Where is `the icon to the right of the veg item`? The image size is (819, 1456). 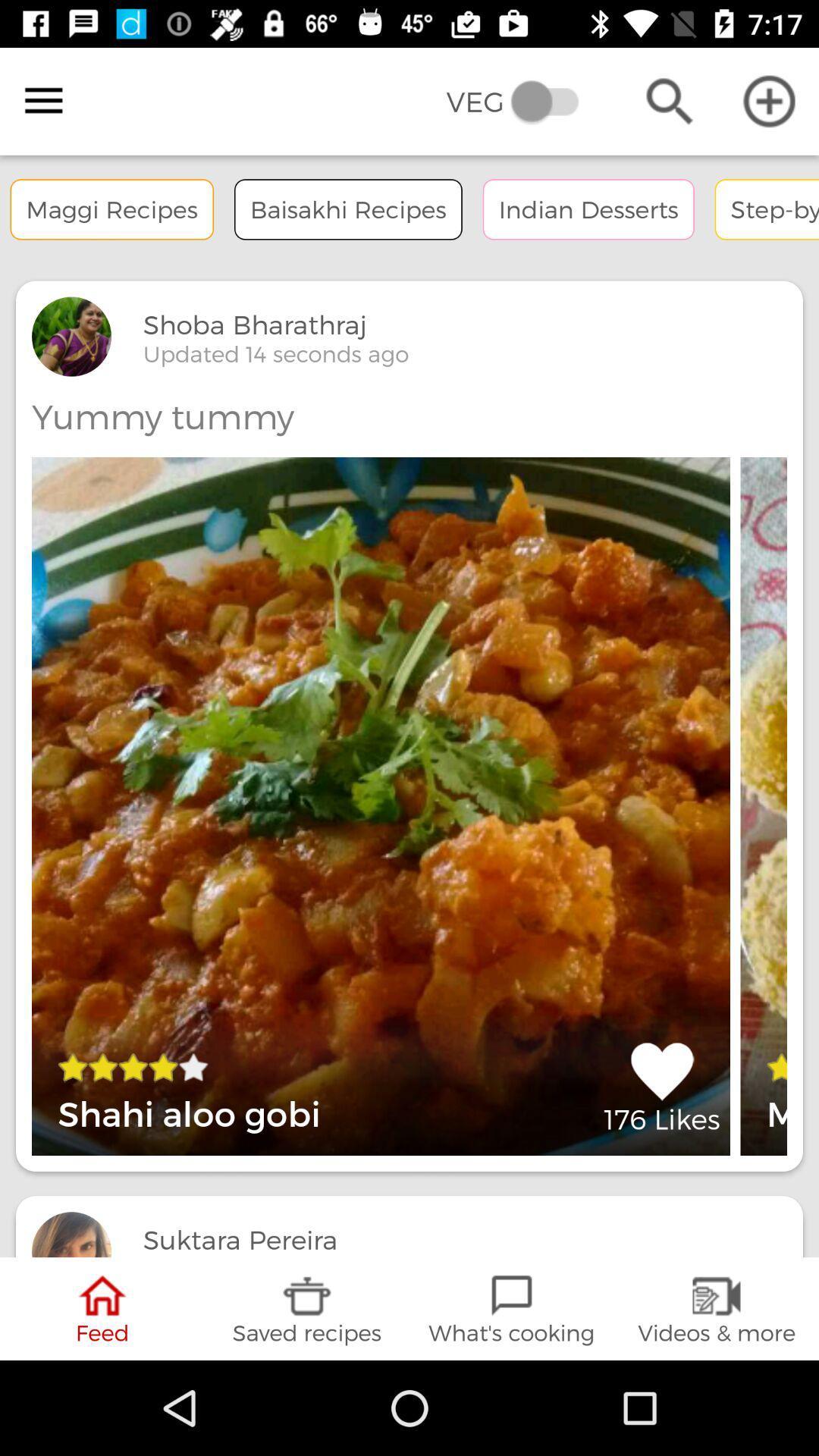 the icon to the right of the veg item is located at coordinates (669, 100).